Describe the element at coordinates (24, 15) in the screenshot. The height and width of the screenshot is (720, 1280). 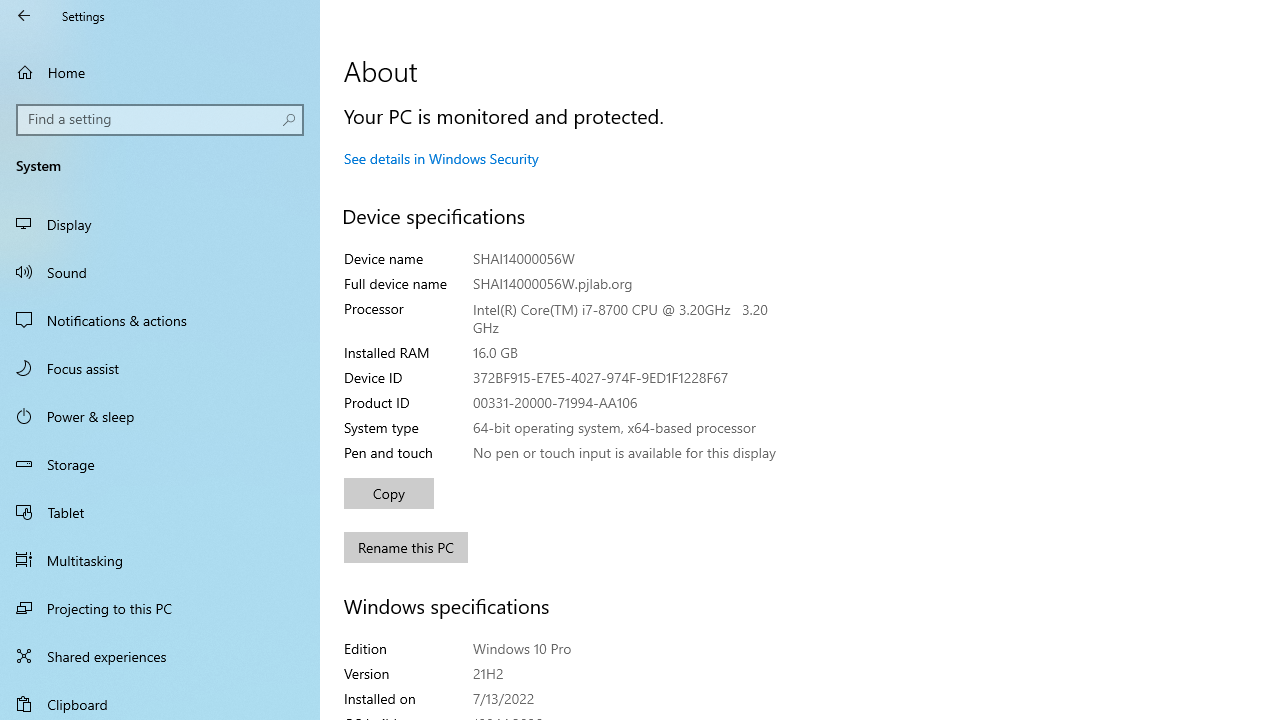
I see `'Back'` at that location.